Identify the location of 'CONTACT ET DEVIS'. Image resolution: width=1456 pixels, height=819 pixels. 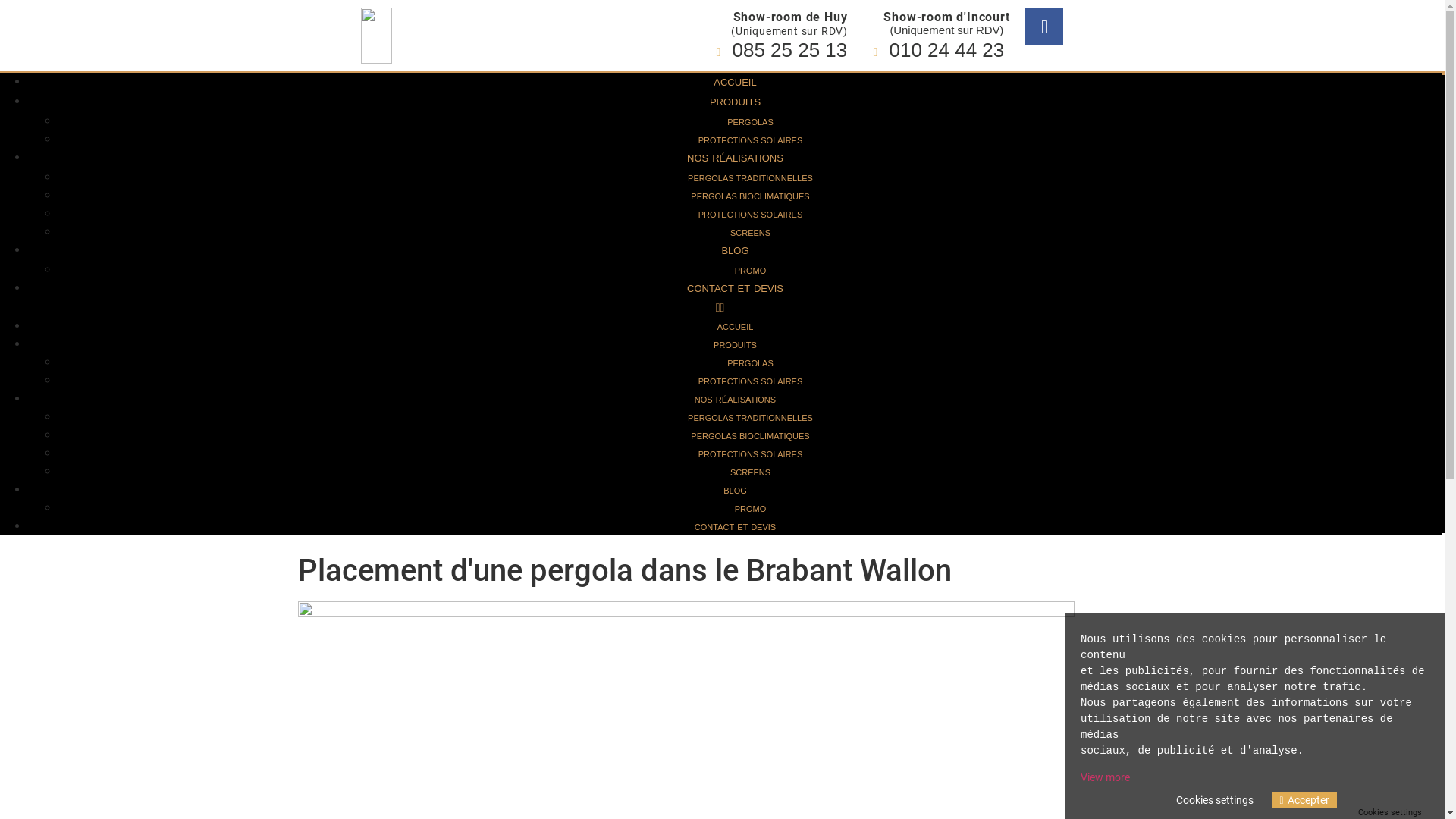
(735, 288).